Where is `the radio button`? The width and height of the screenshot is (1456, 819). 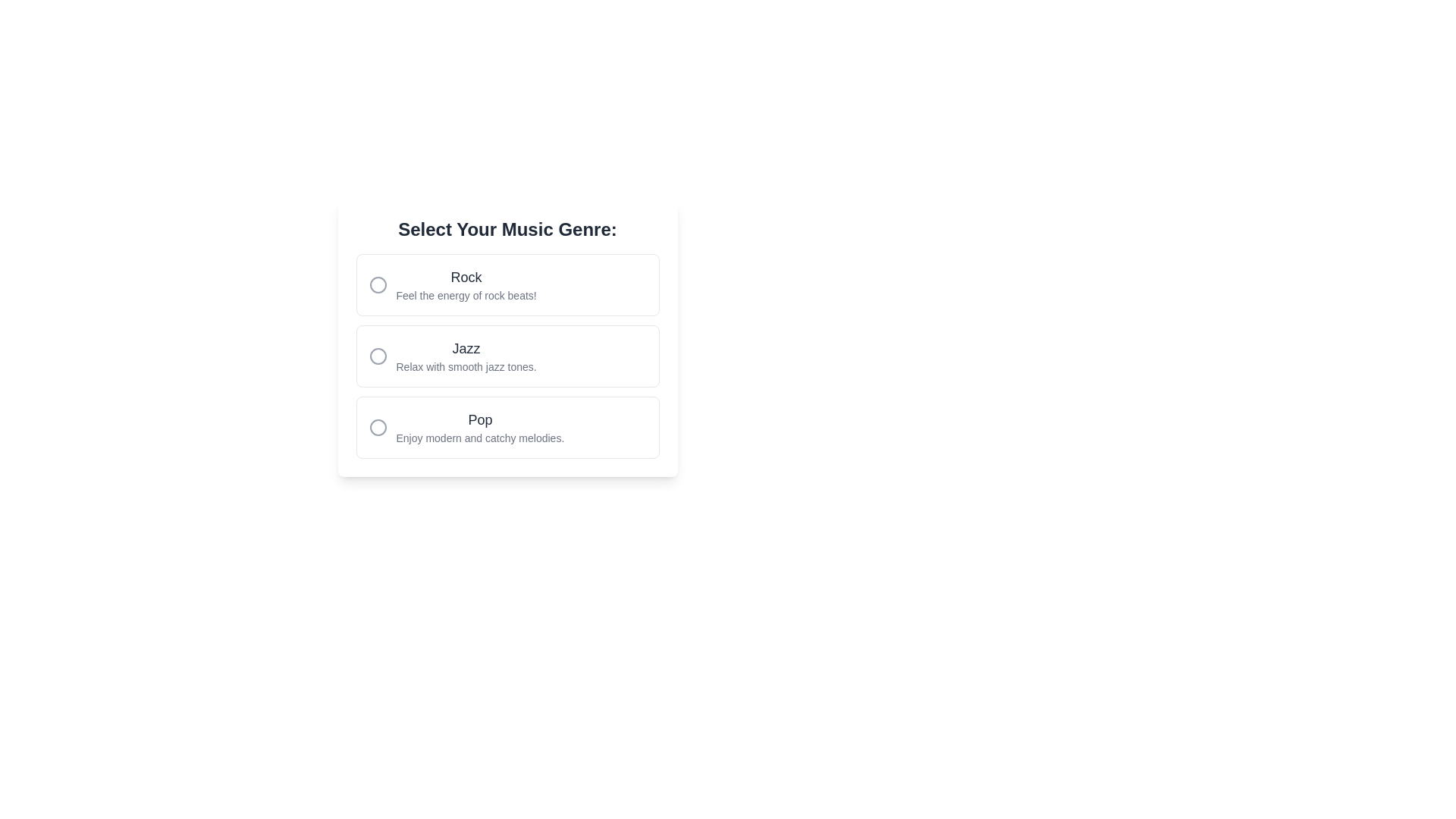
the radio button is located at coordinates (378, 356).